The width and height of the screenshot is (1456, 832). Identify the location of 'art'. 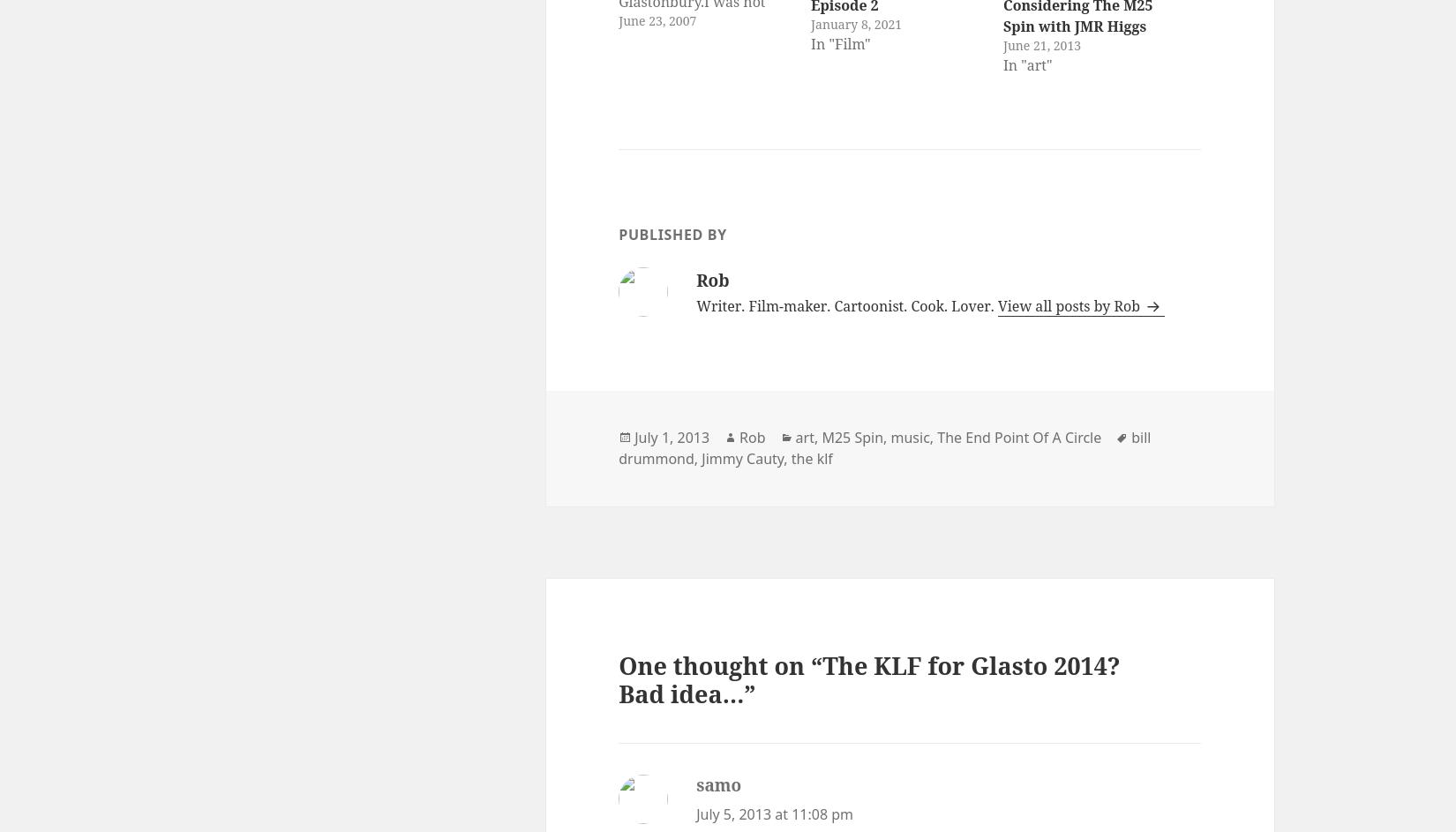
(804, 437).